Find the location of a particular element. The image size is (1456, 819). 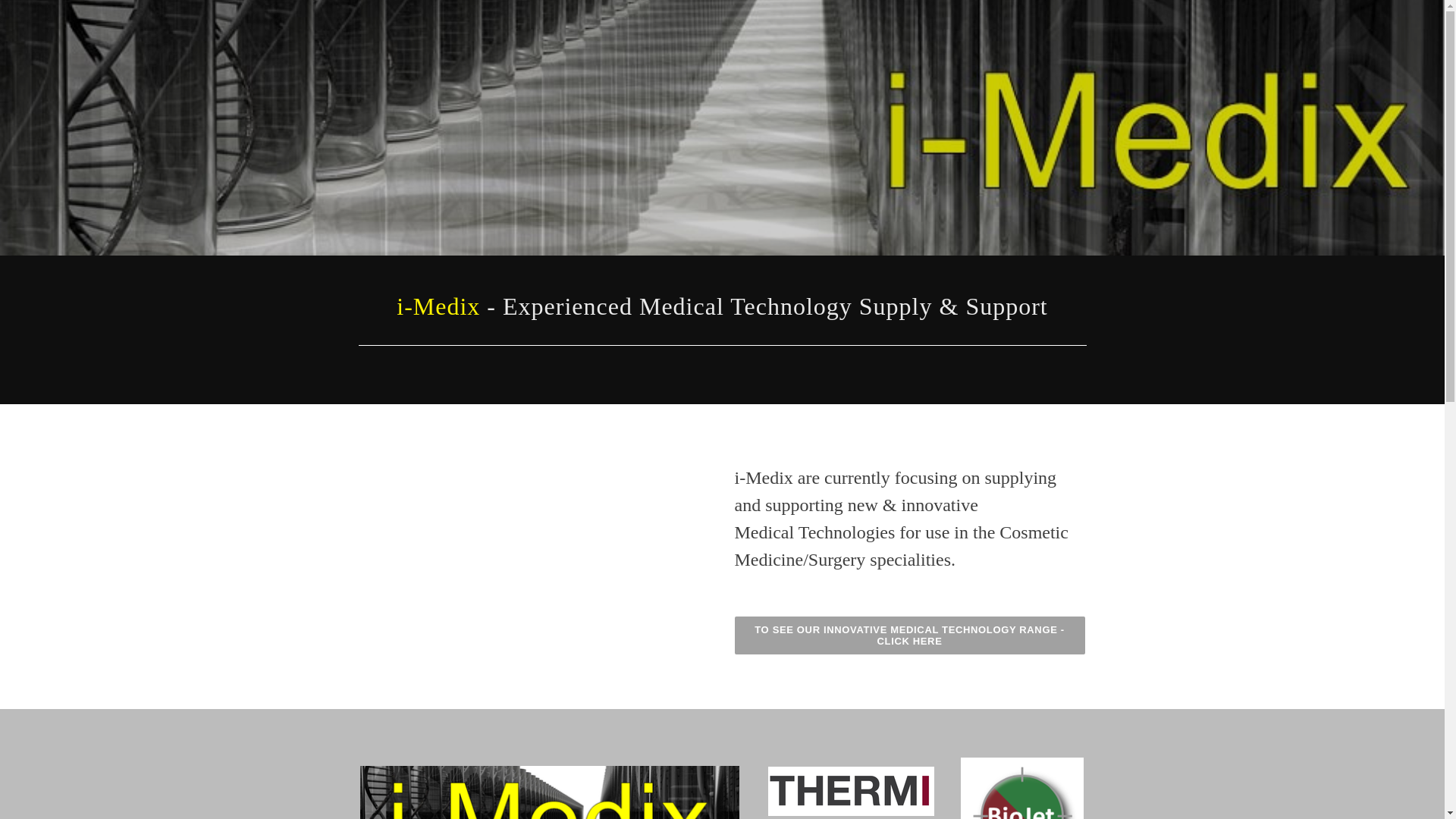

'TO SEE OUR INNOVATIVE MEDICAL TECHNOLOGY RANGE - CLICK HERE' is located at coordinates (909, 635).